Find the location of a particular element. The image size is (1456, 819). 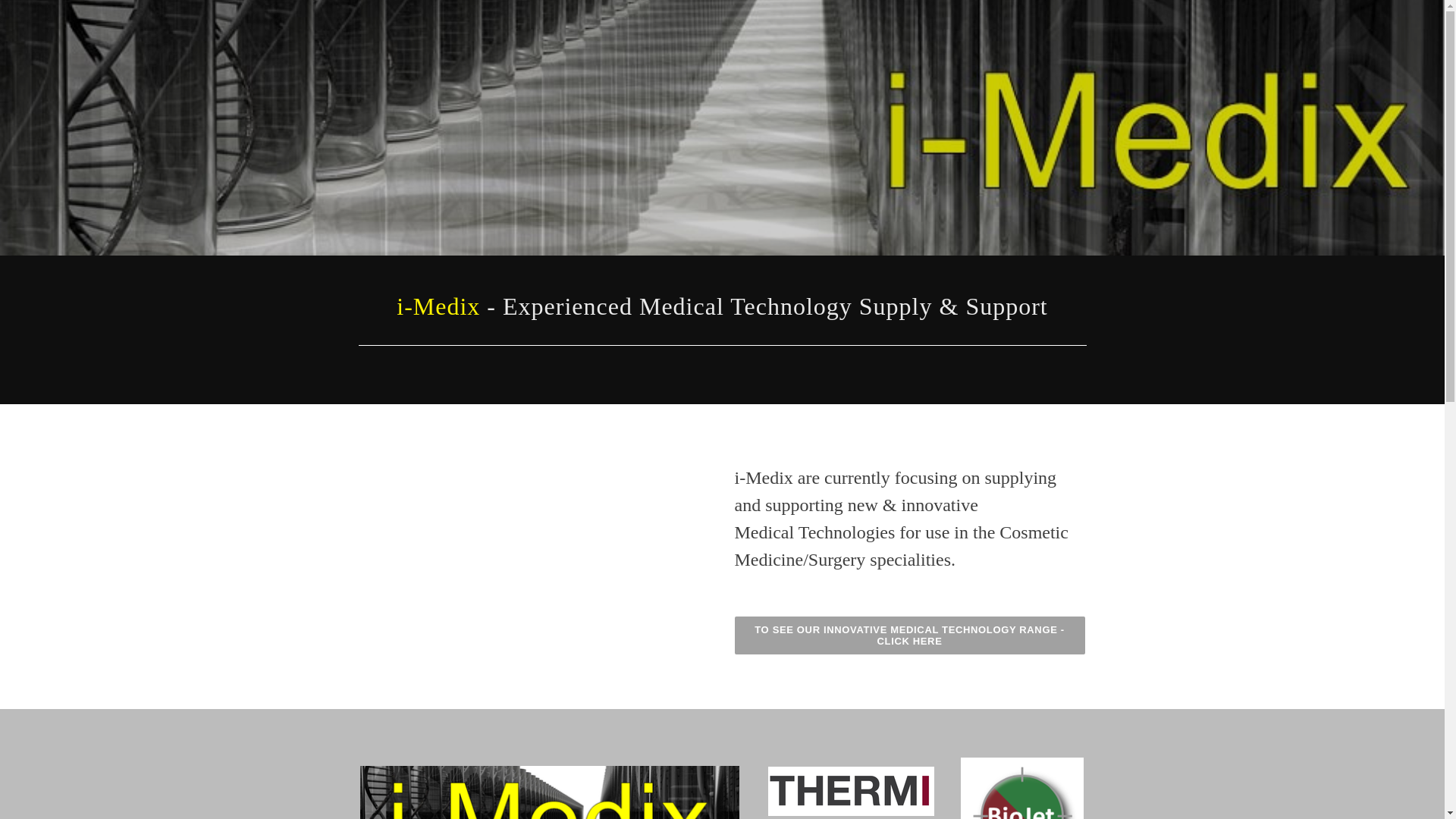

'TO SEE OUR INNOVATIVE MEDICAL TECHNOLOGY RANGE - CLICK HERE' is located at coordinates (909, 635).